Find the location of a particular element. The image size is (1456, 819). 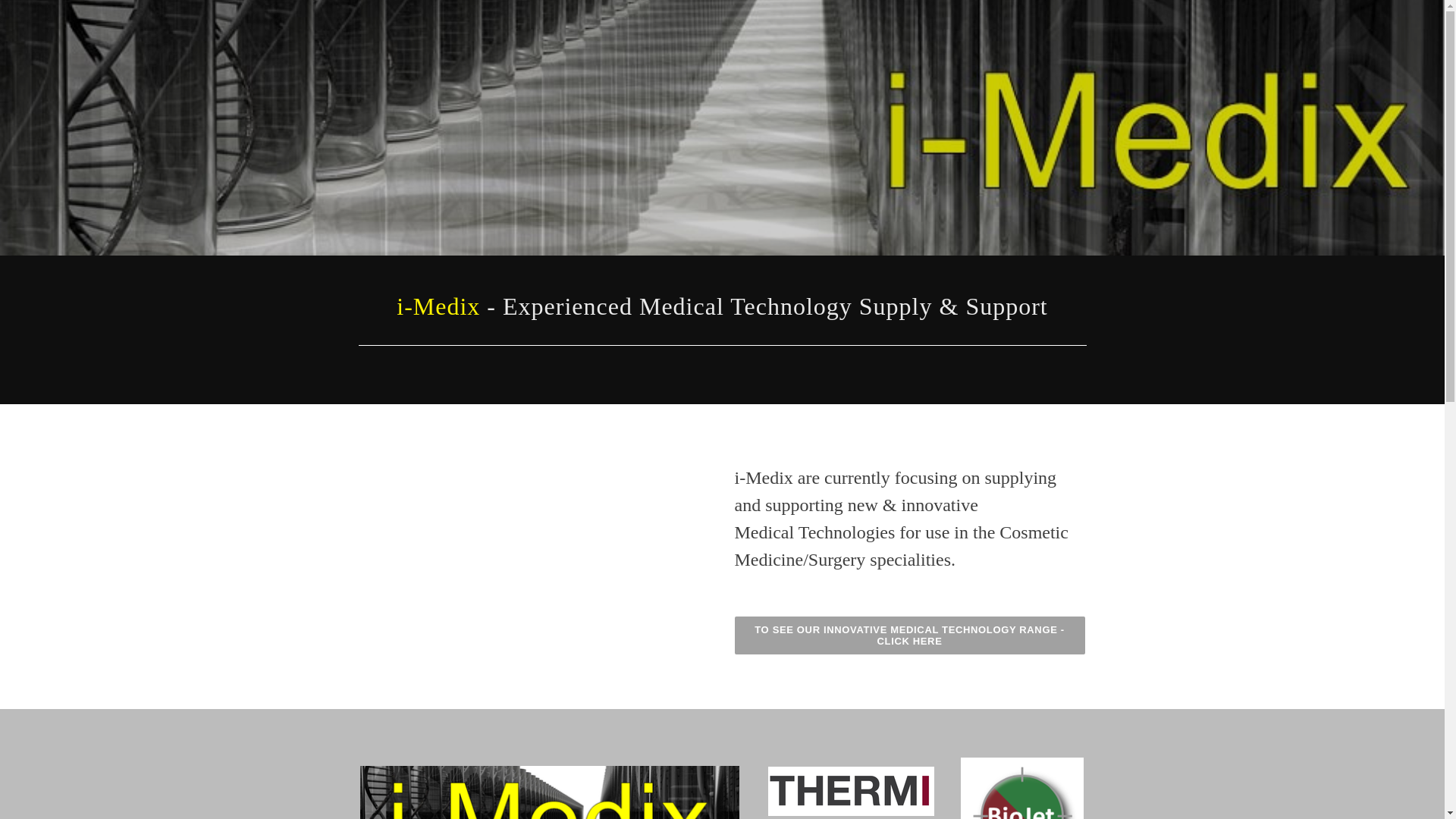

'TO SEE OUR INNOVATIVE MEDICAL TECHNOLOGY RANGE - CLICK HERE' is located at coordinates (909, 635).